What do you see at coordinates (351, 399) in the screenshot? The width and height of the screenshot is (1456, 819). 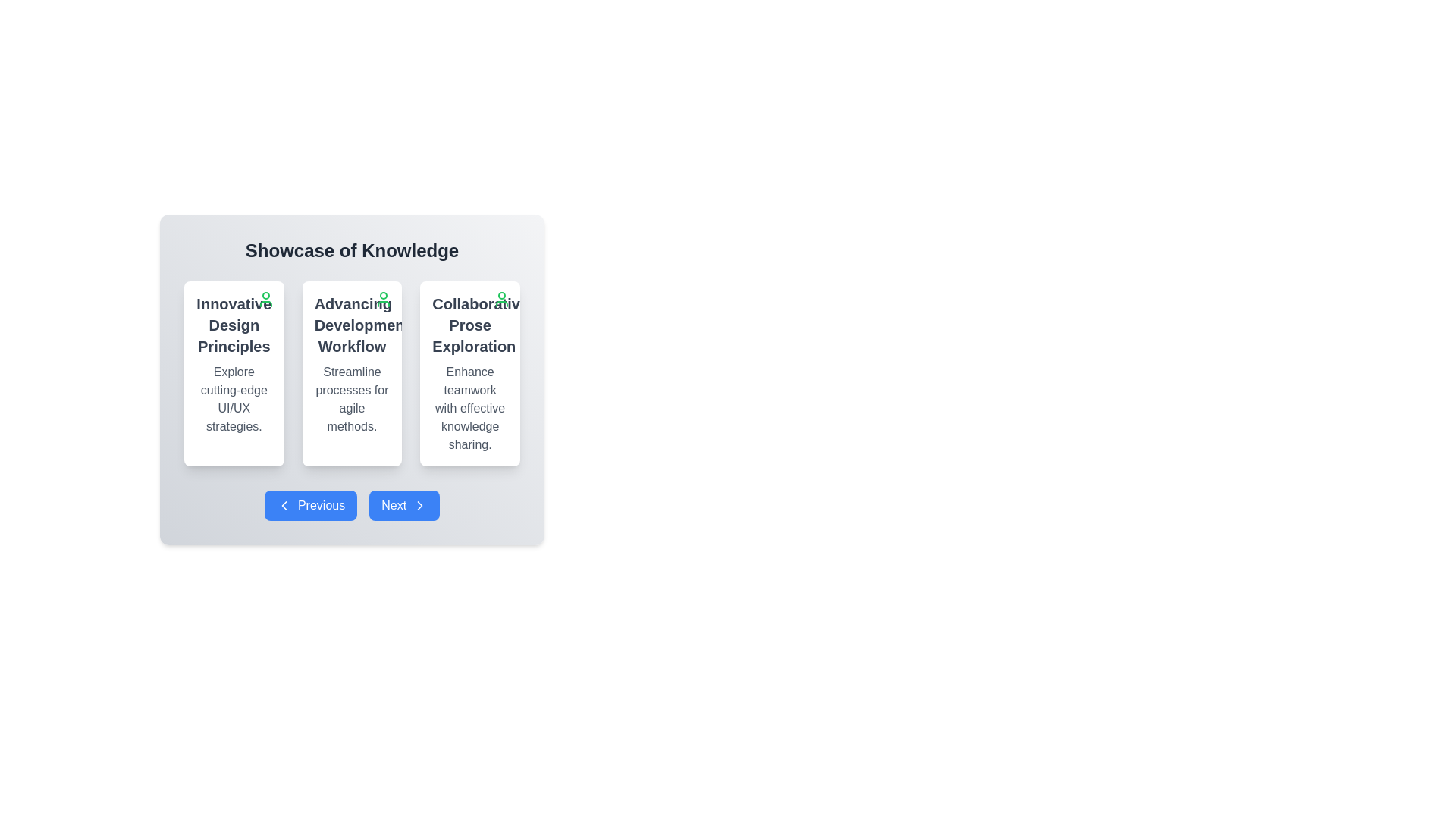 I see `text content that says 'Streamline processes for agile methods.' located at the center of the text block styled with a gray font color beneath the title 'Advancing Development Workflow'` at bounding box center [351, 399].